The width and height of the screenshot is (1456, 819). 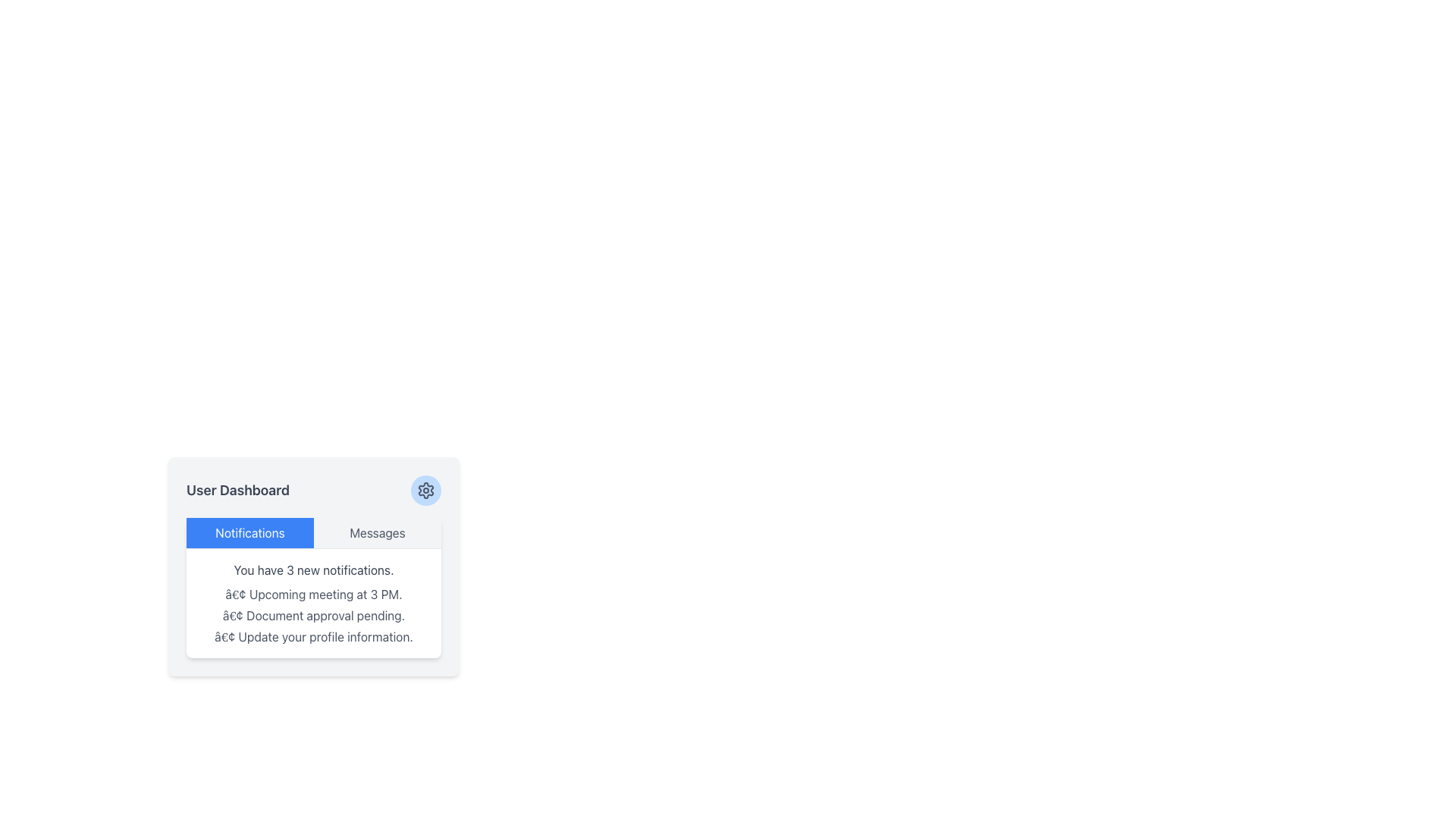 What do you see at coordinates (312, 616) in the screenshot?
I see `the notification text element located in the Notifications panel` at bounding box center [312, 616].